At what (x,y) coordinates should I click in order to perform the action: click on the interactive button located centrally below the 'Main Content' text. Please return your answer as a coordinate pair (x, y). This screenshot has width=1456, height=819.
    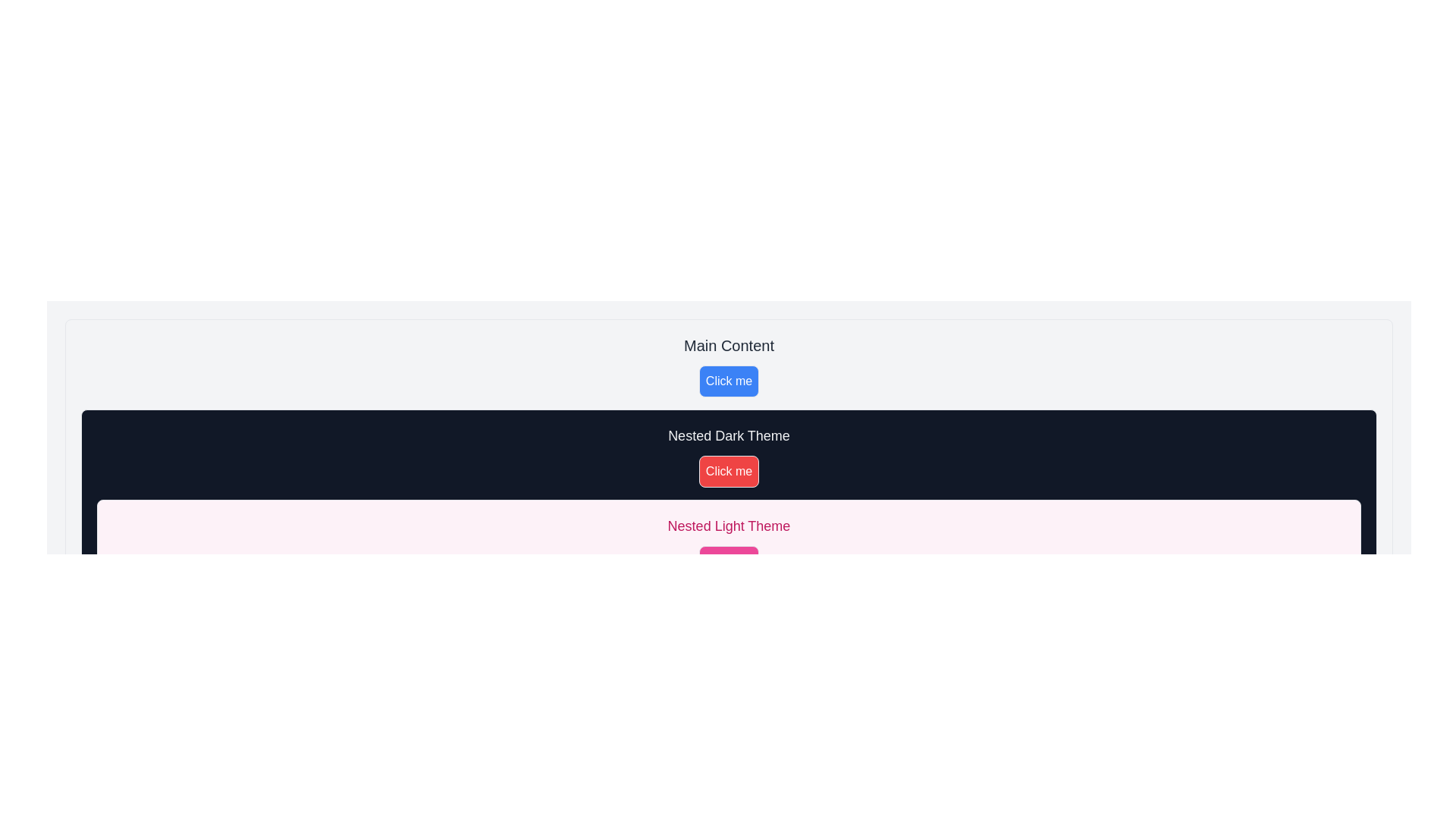
    Looking at the image, I should click on (729, 380).